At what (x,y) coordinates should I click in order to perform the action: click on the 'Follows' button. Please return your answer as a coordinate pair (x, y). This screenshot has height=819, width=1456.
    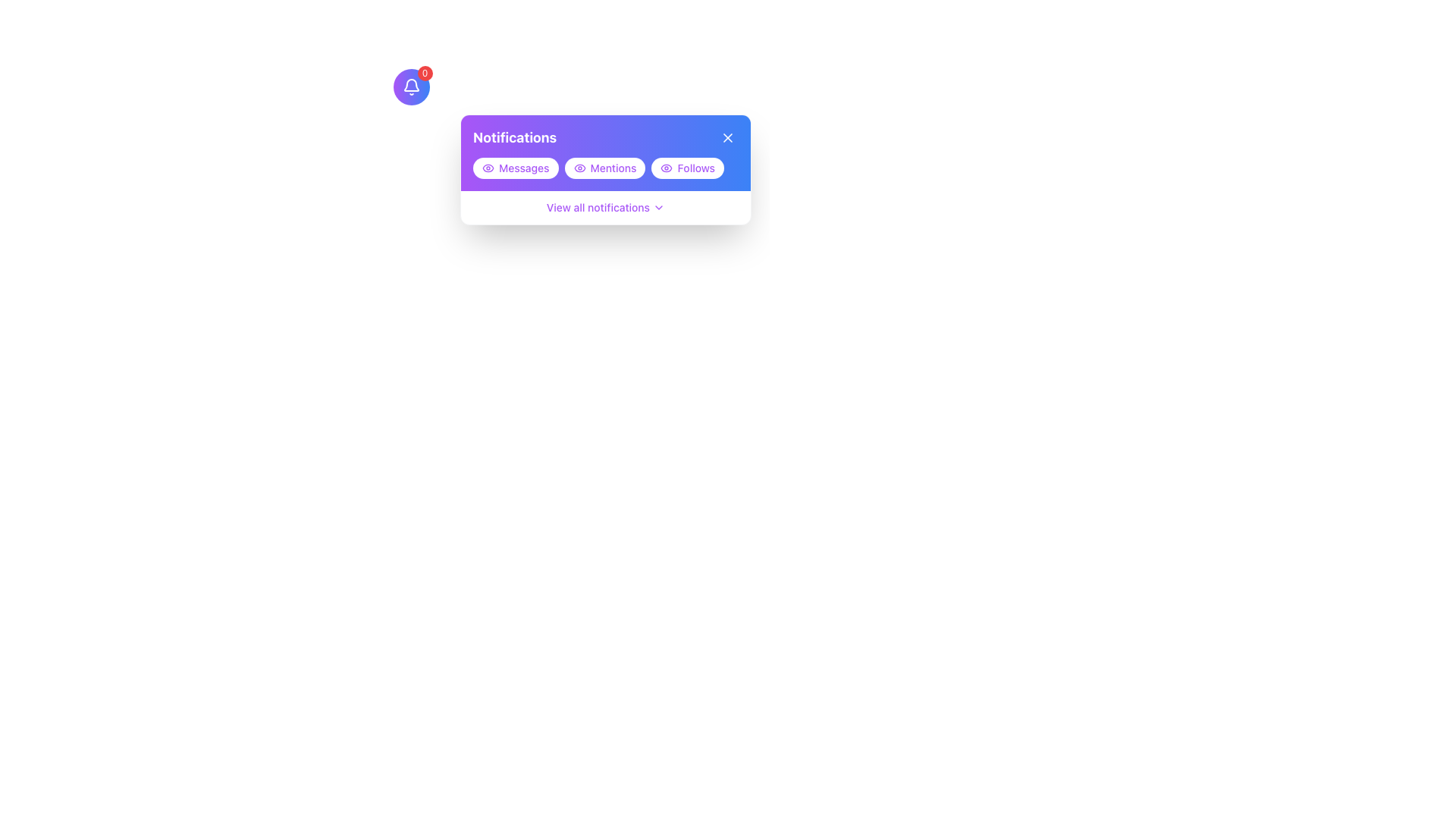
    Looking at the image, I should click on (687, 168).